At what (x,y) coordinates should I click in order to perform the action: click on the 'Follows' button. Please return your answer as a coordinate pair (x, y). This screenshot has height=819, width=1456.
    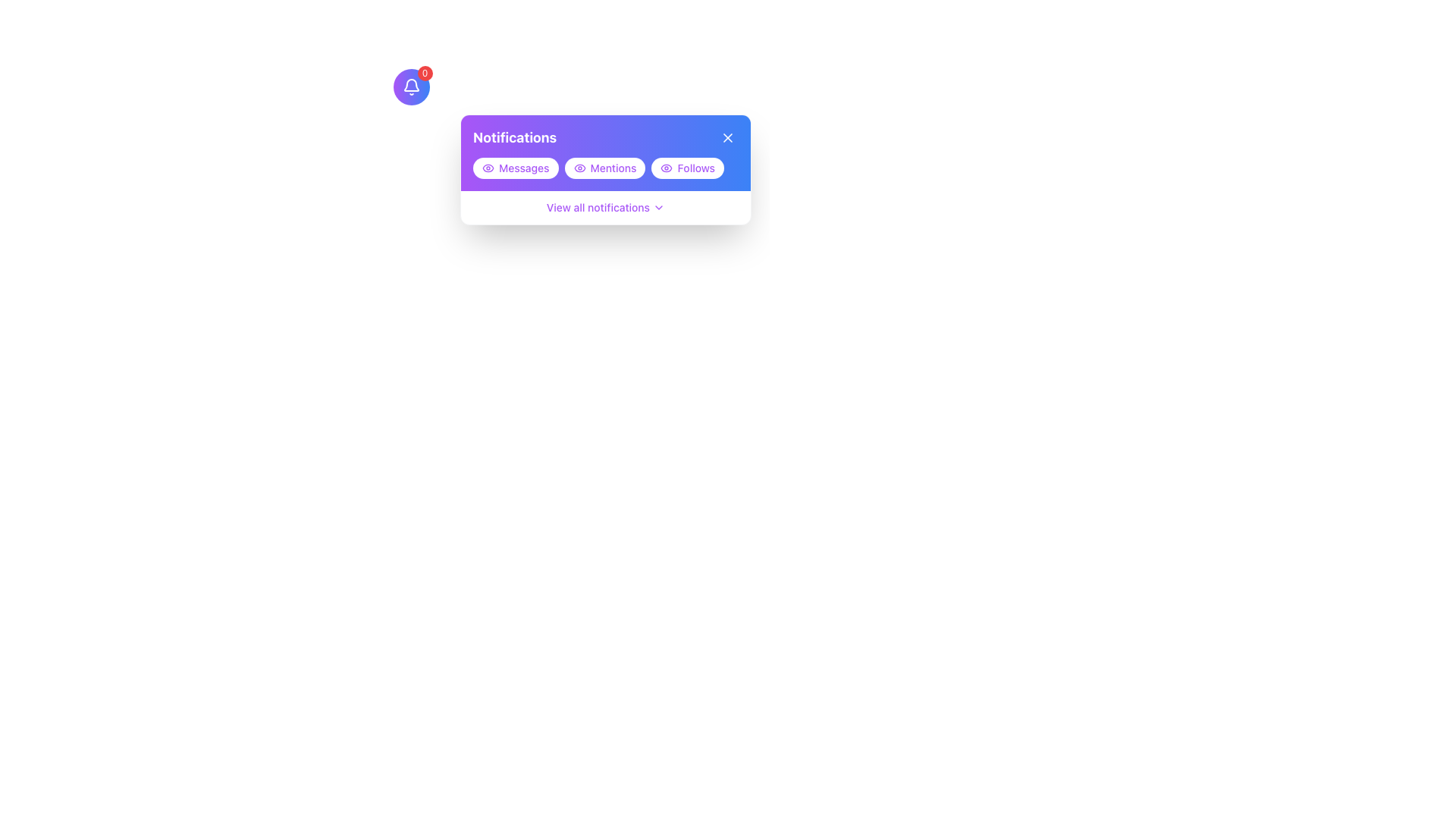
    Looking at the image, I should click on (687, 168).